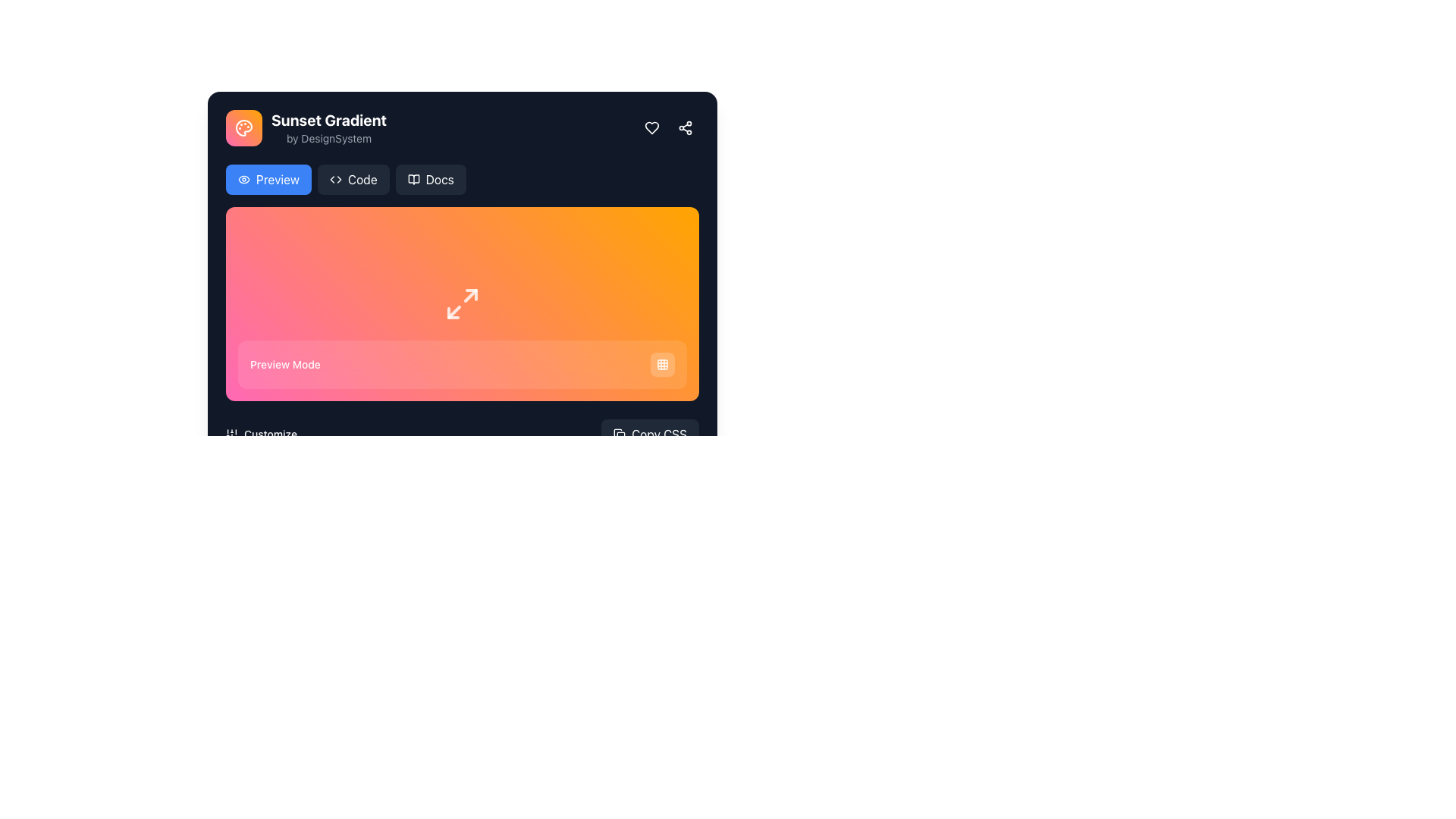 The width and height of the screenshot is (1456, 819). I want to click on the 'Docs' button, which has a gray background, rounded corners, and an open book icon, so click(430, 178).